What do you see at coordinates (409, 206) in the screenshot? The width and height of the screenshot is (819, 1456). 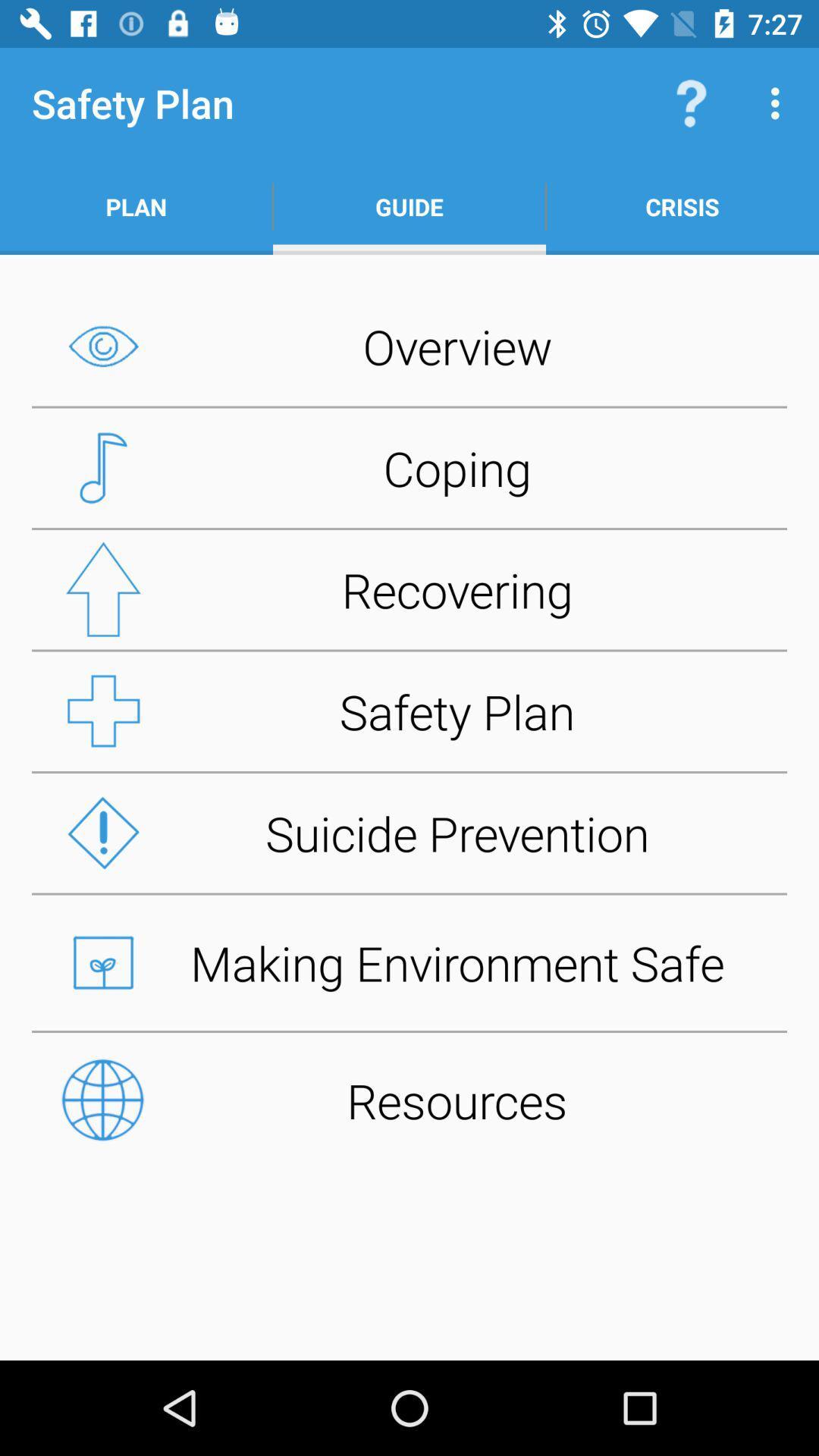 I see `the icon above the overview icon` at bounding box center [409, 206].